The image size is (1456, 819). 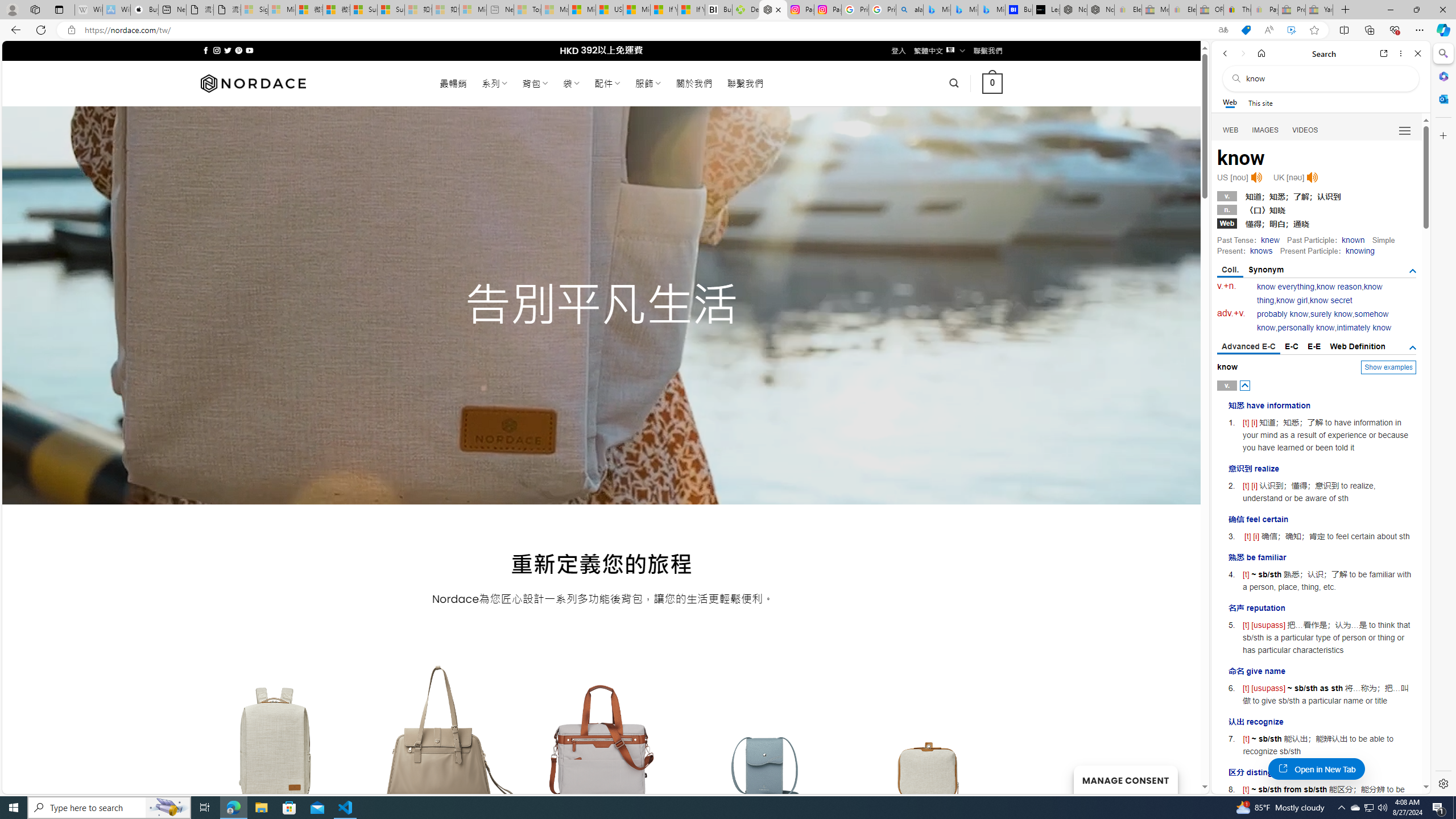 What do you see at coordinates (1285, 286) in the screenshot?
I see `'know everything'` at bounding box center [1285, 286].